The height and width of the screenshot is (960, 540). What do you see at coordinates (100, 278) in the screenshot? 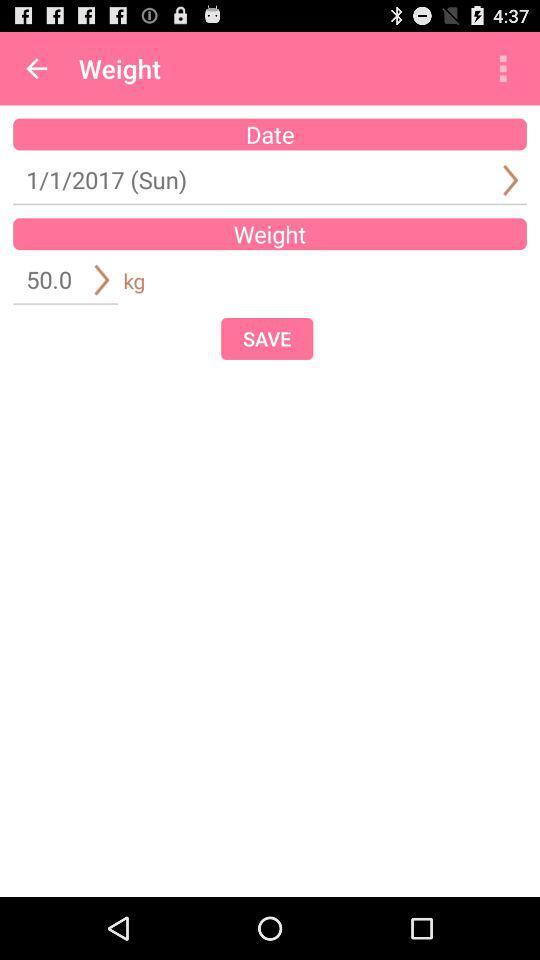
I see `the button which is left to kg` at bounding box center [100, 278].